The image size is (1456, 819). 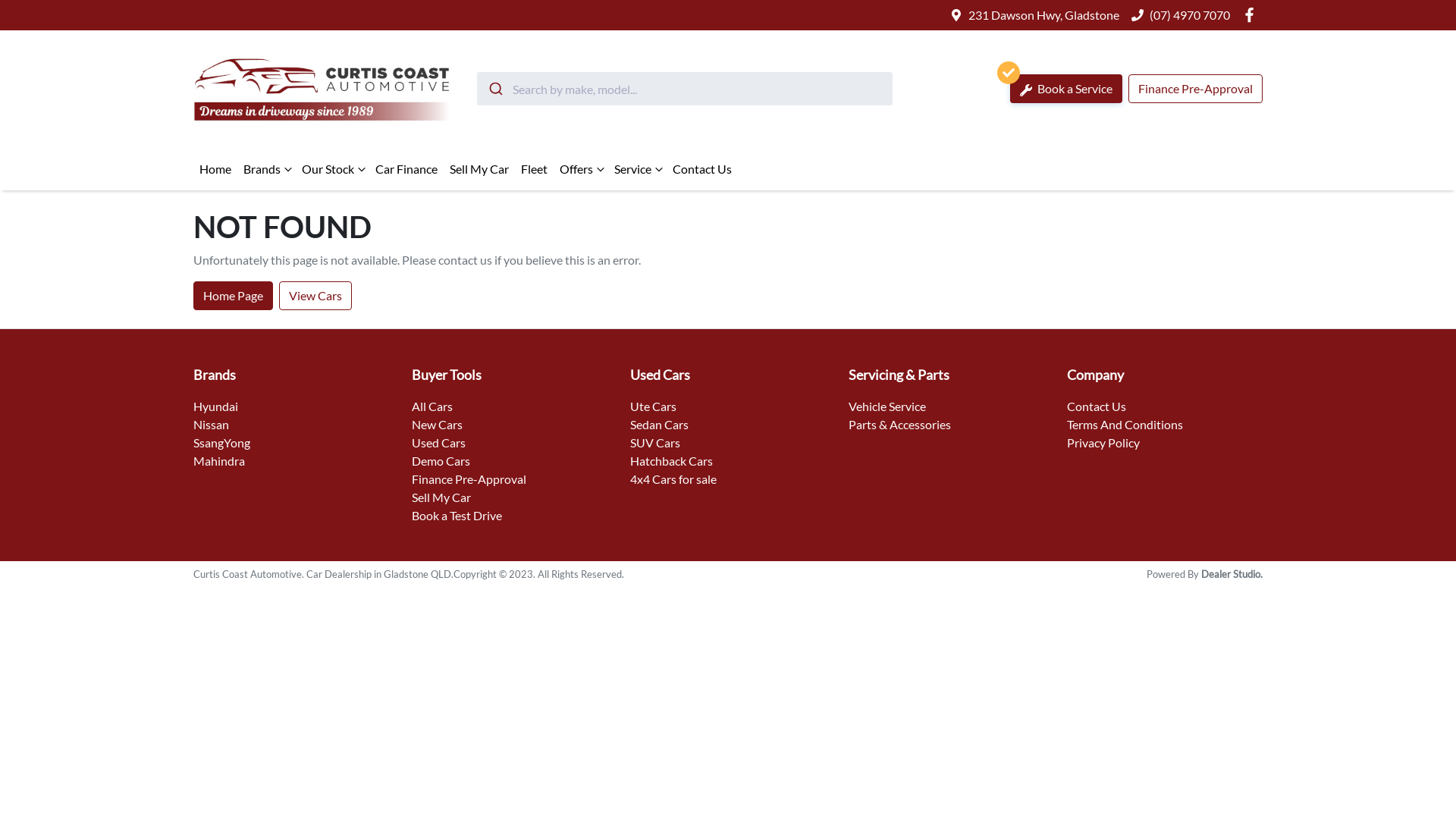 I want to click on 'Fleet', so click(x=534, y=169).